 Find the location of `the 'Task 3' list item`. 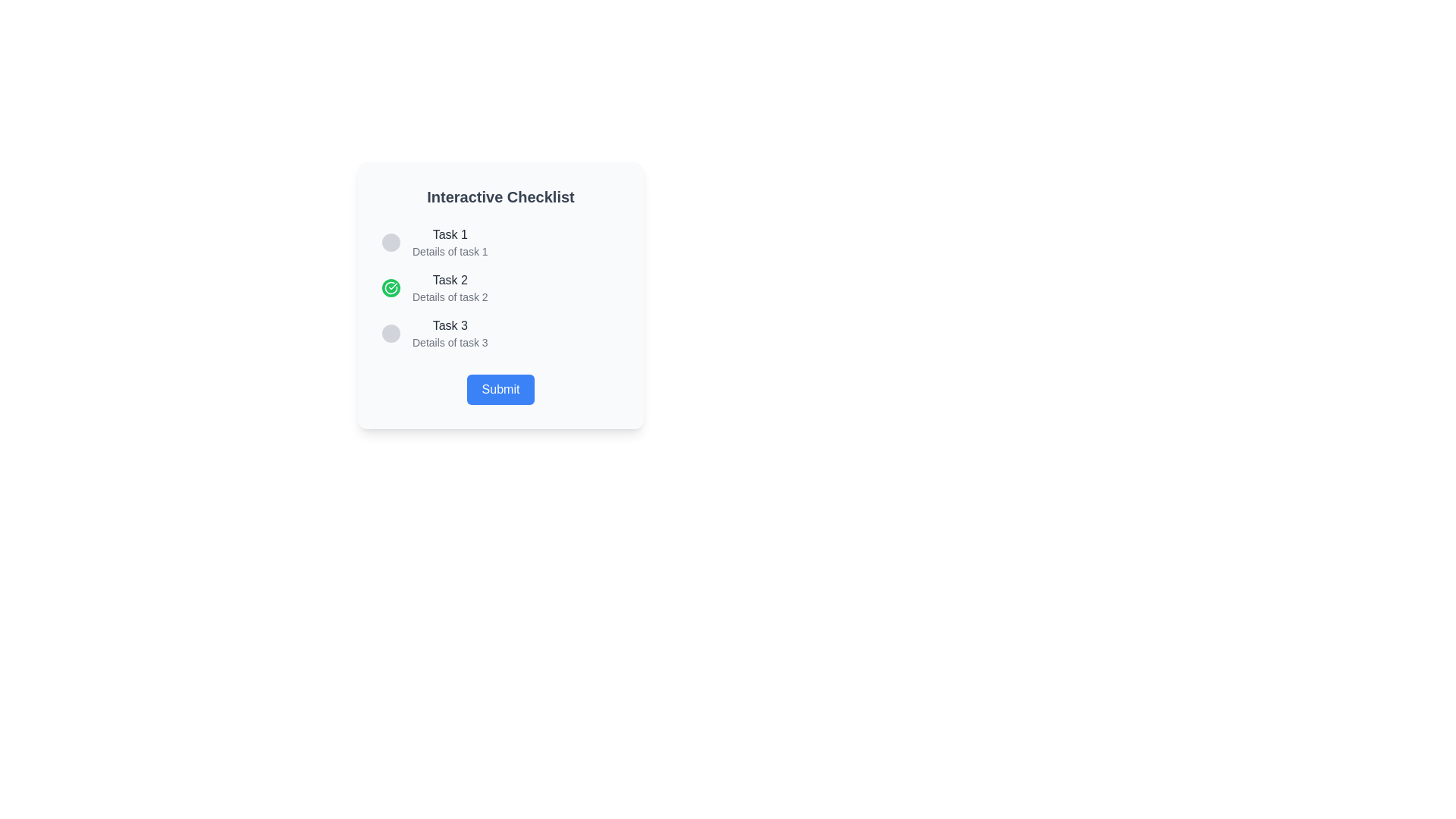

the 'Task 3' list item is located at coordinates (500, 332).